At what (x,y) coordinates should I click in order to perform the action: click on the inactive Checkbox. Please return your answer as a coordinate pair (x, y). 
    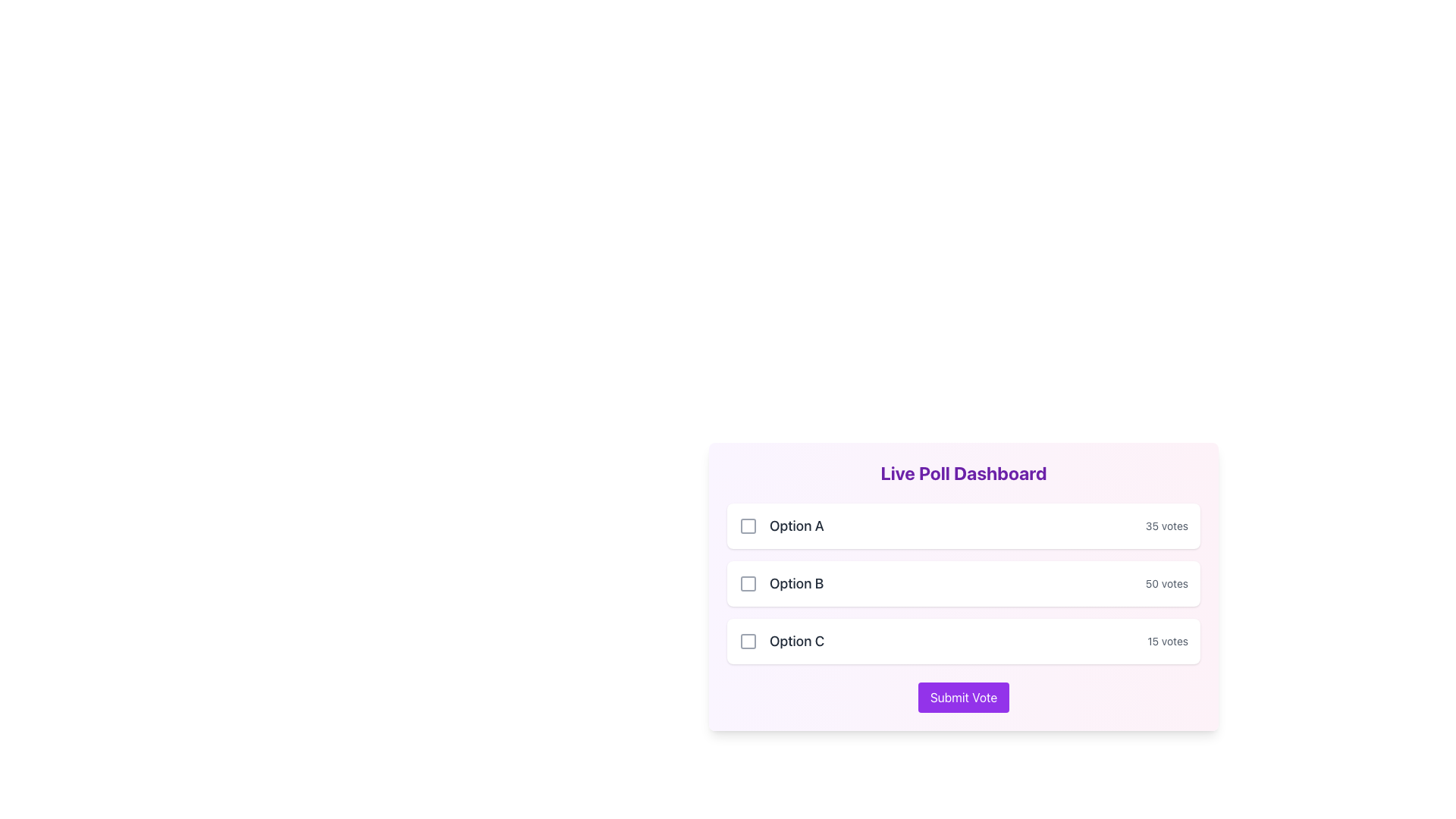
    Looking at the image, I should click on (748, 641).